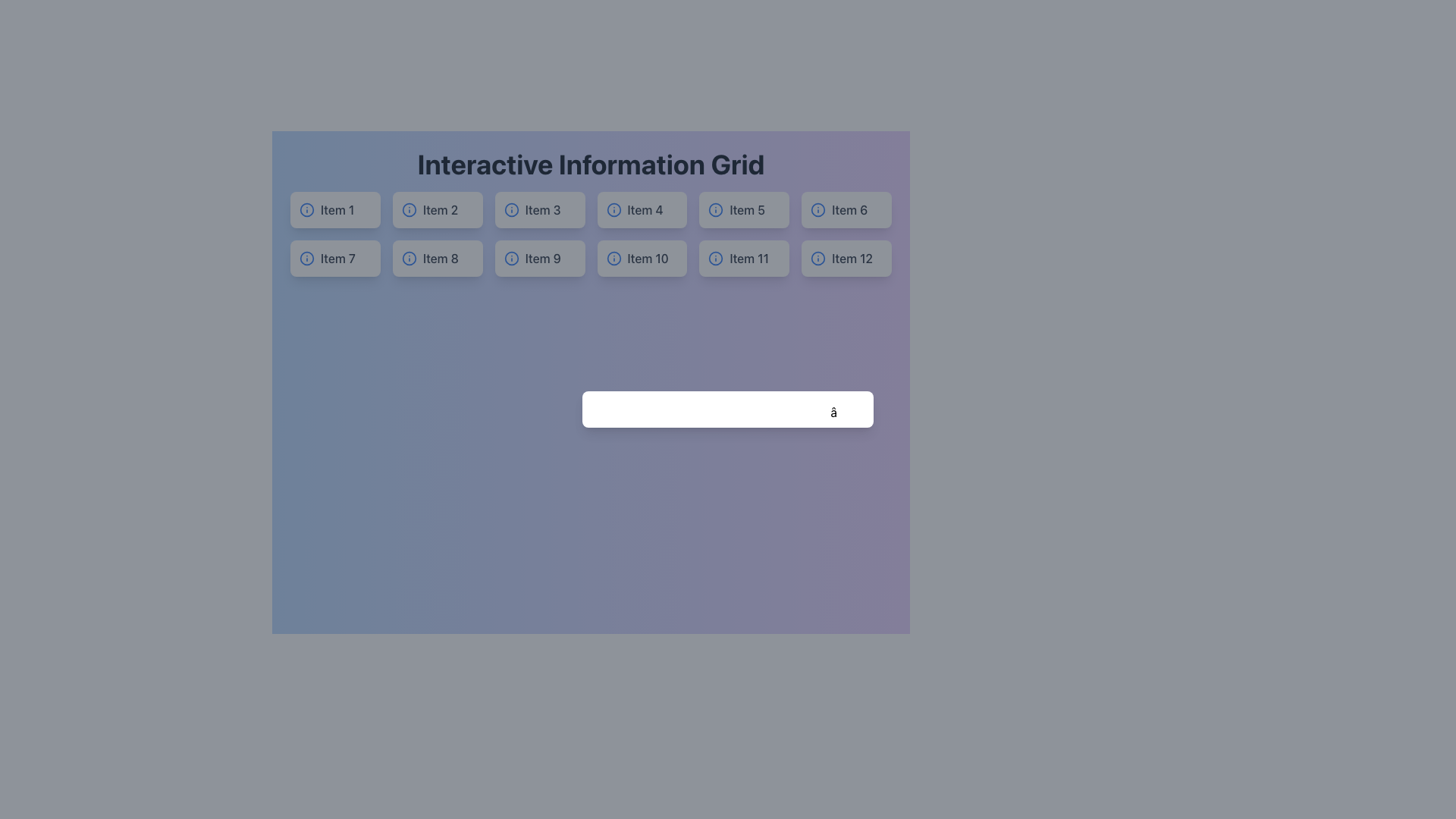 The image size is (1456, 819). Describe the element at coordinates (337, 210) in the screenshot. I see `the text label 'Item 1' located in the top-left corner of the first card in the 'Interactive Information Grid'` at that location.